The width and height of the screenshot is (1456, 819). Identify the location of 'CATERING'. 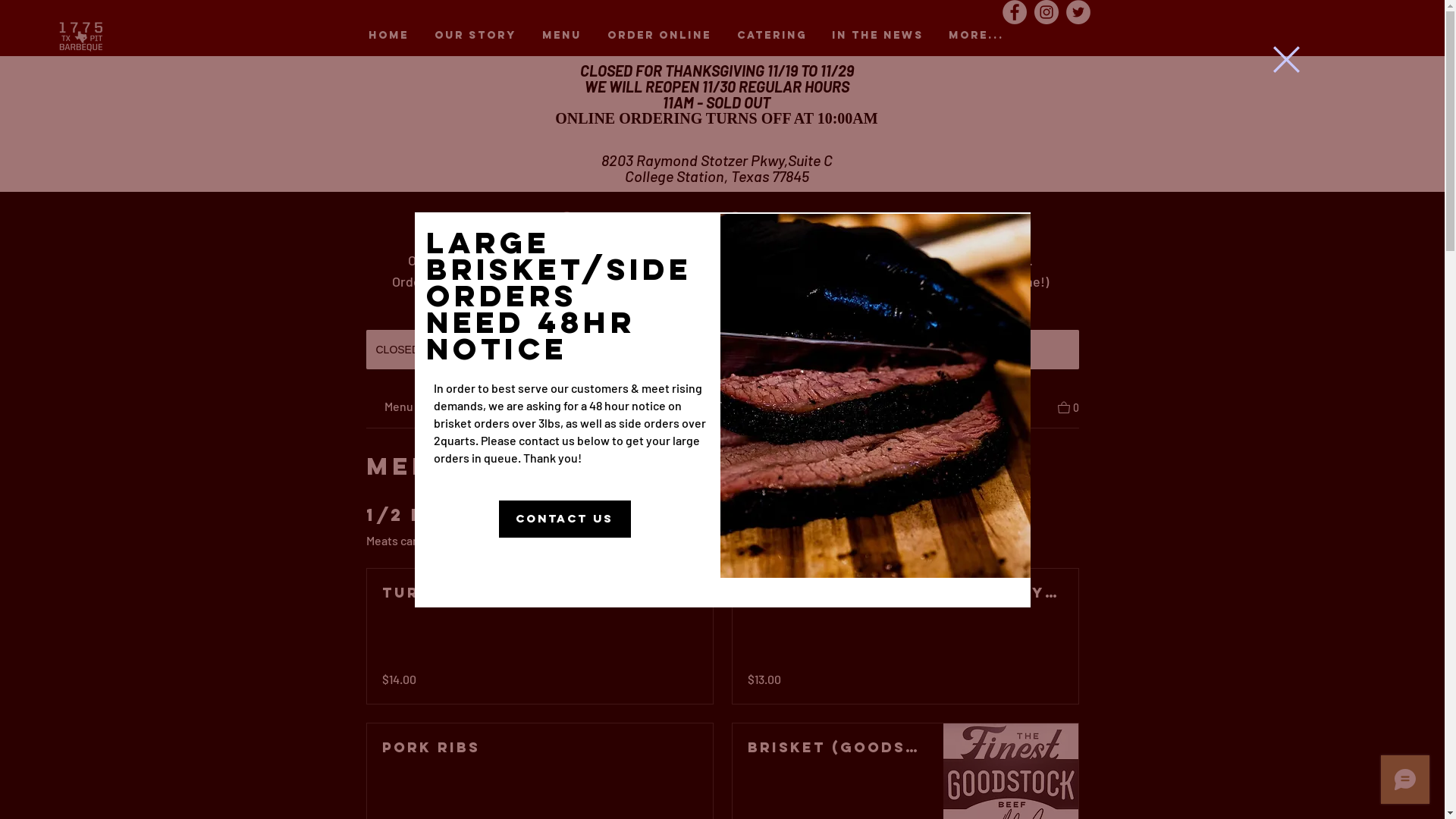
(771, 34).